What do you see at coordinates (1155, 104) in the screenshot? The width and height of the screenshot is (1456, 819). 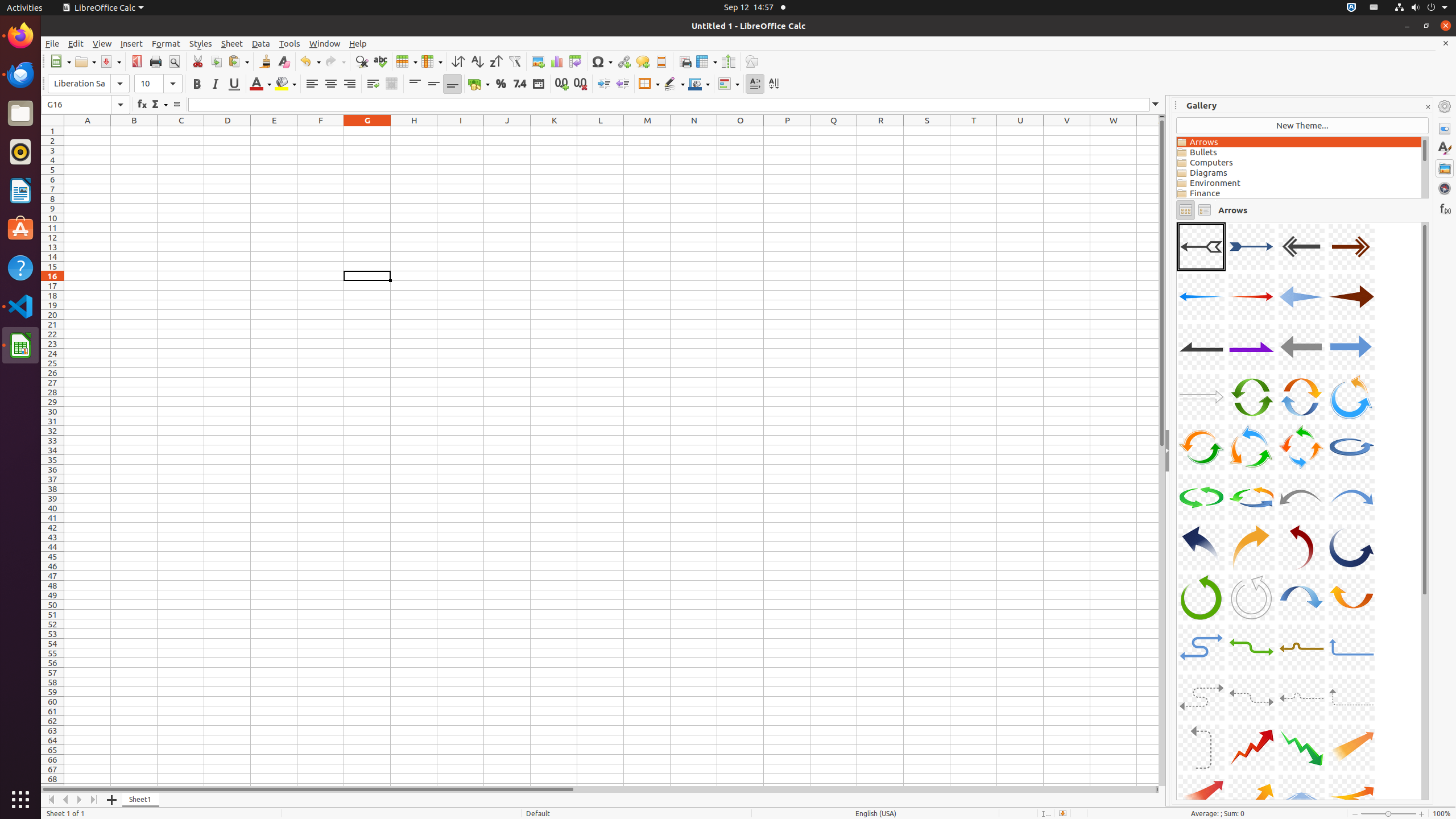 I see `'Expand Formula Bar'` at bounding box center [1155, 104].